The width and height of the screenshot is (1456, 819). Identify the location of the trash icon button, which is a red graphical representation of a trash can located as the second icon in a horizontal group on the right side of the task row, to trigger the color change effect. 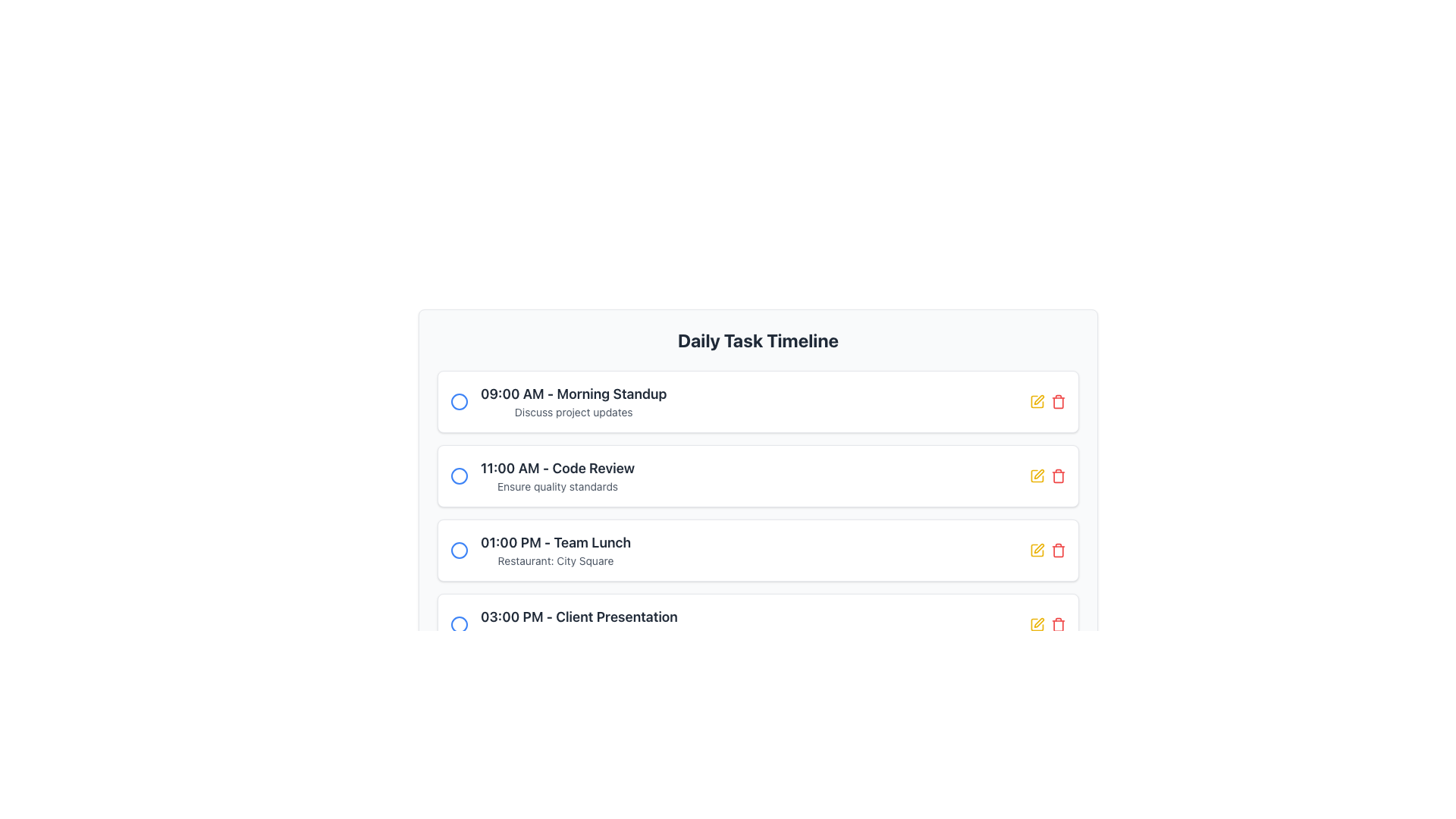
(1058, 550).